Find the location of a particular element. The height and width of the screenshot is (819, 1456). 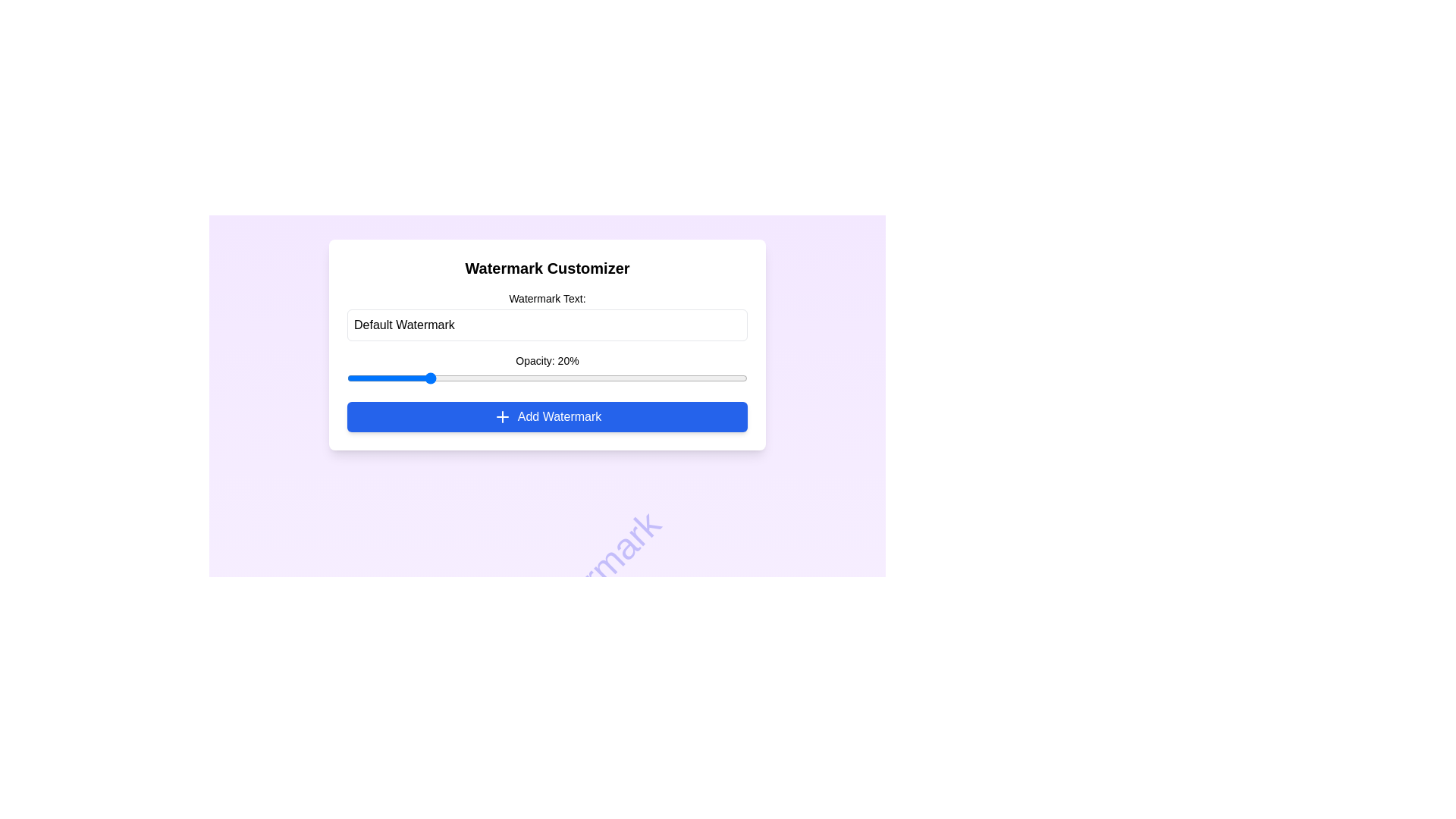

the text label 'Watermark Text:' which is located in the pop-up card labeled 'Watermark Customizer', positioned above the input box for 'Default Watermark' is located at coordinates (546, 298).